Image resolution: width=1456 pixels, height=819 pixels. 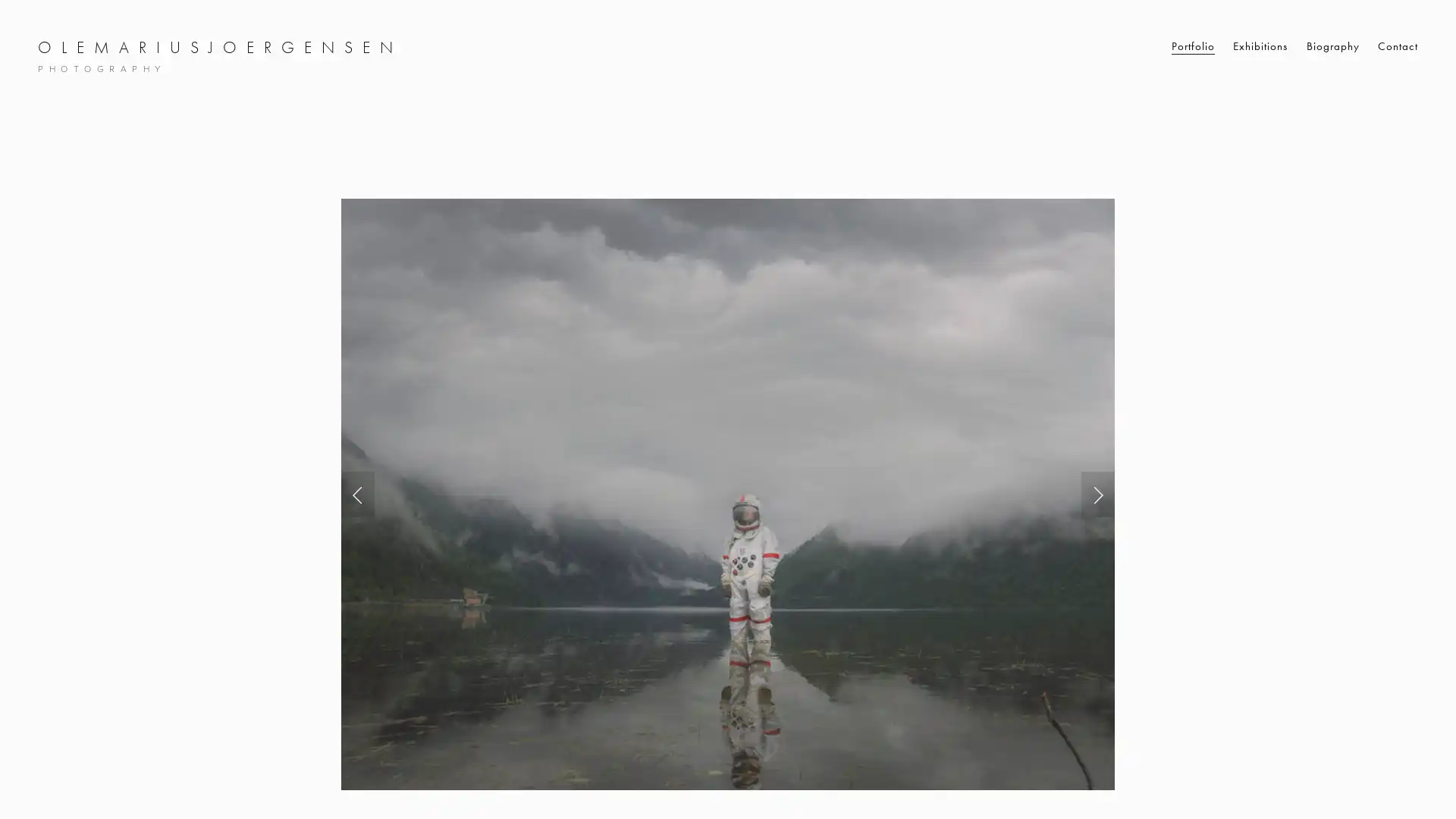 I want to click on Previous Slide, so click(x=356, y=494).